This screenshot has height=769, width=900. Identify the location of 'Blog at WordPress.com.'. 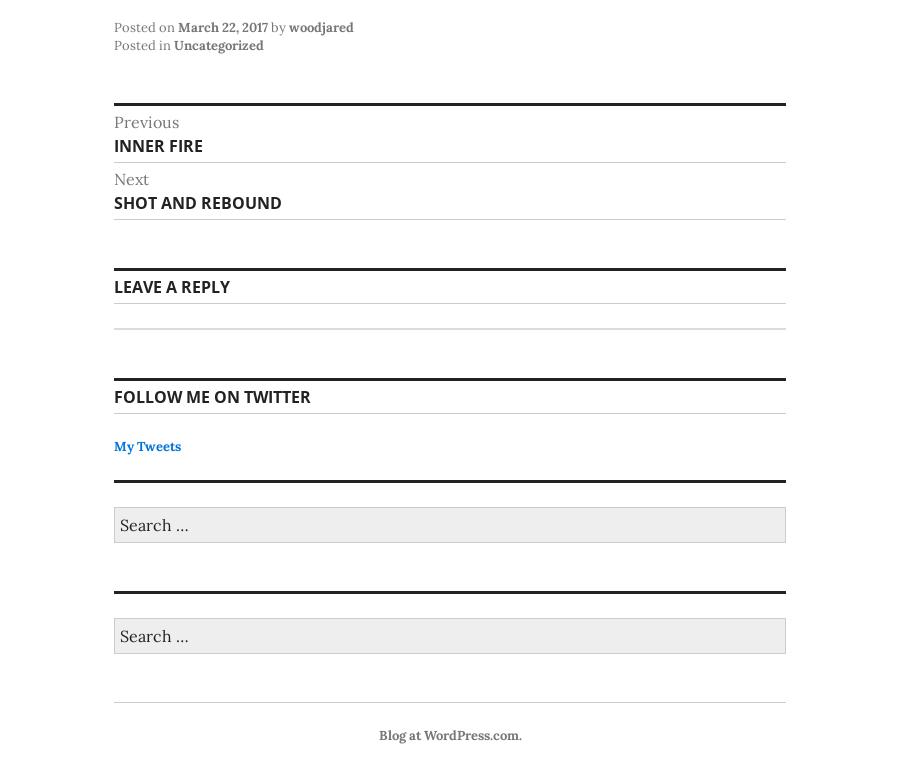
(378, 734).